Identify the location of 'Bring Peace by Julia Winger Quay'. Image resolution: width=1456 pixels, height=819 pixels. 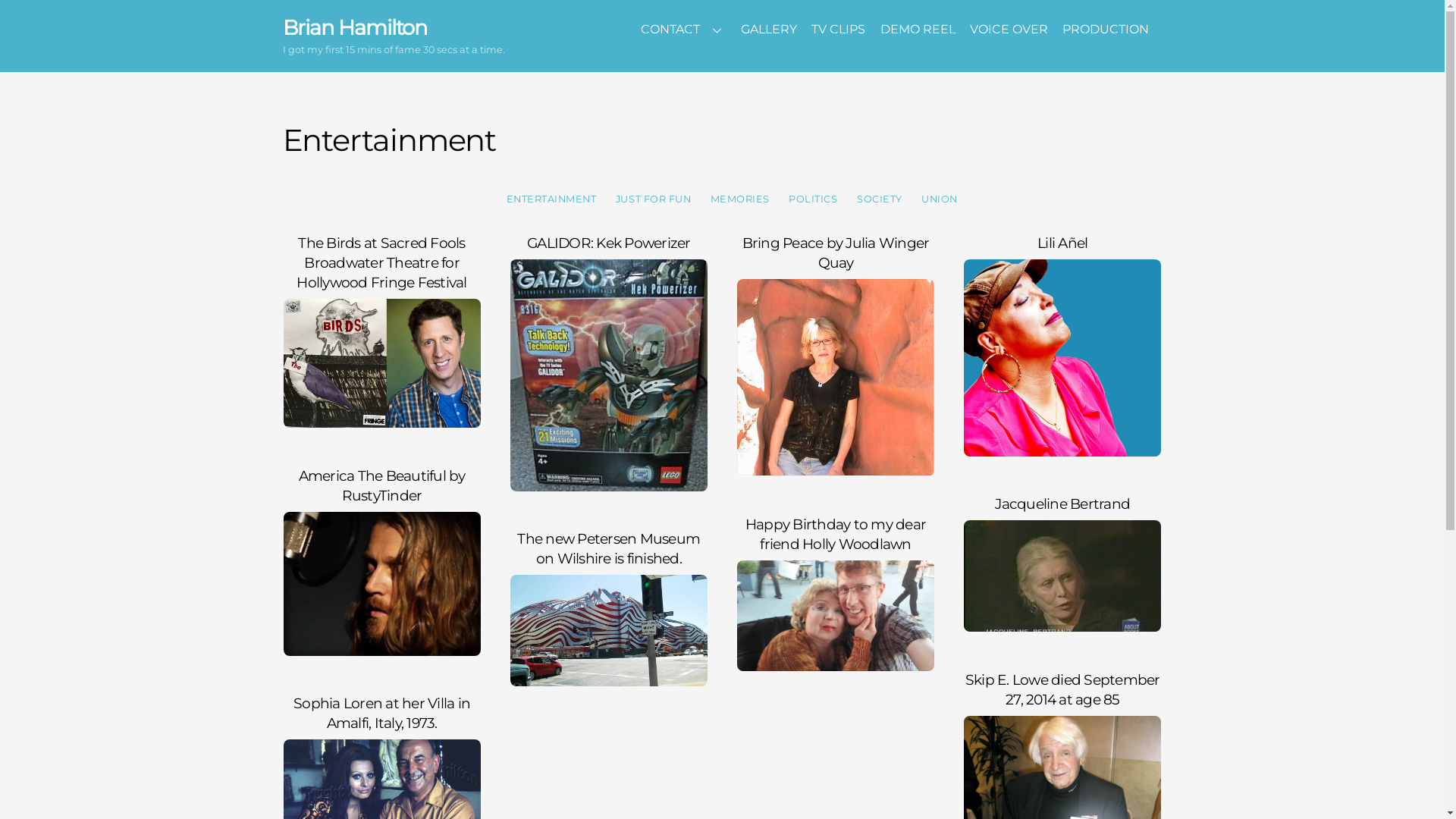
(736, 377).